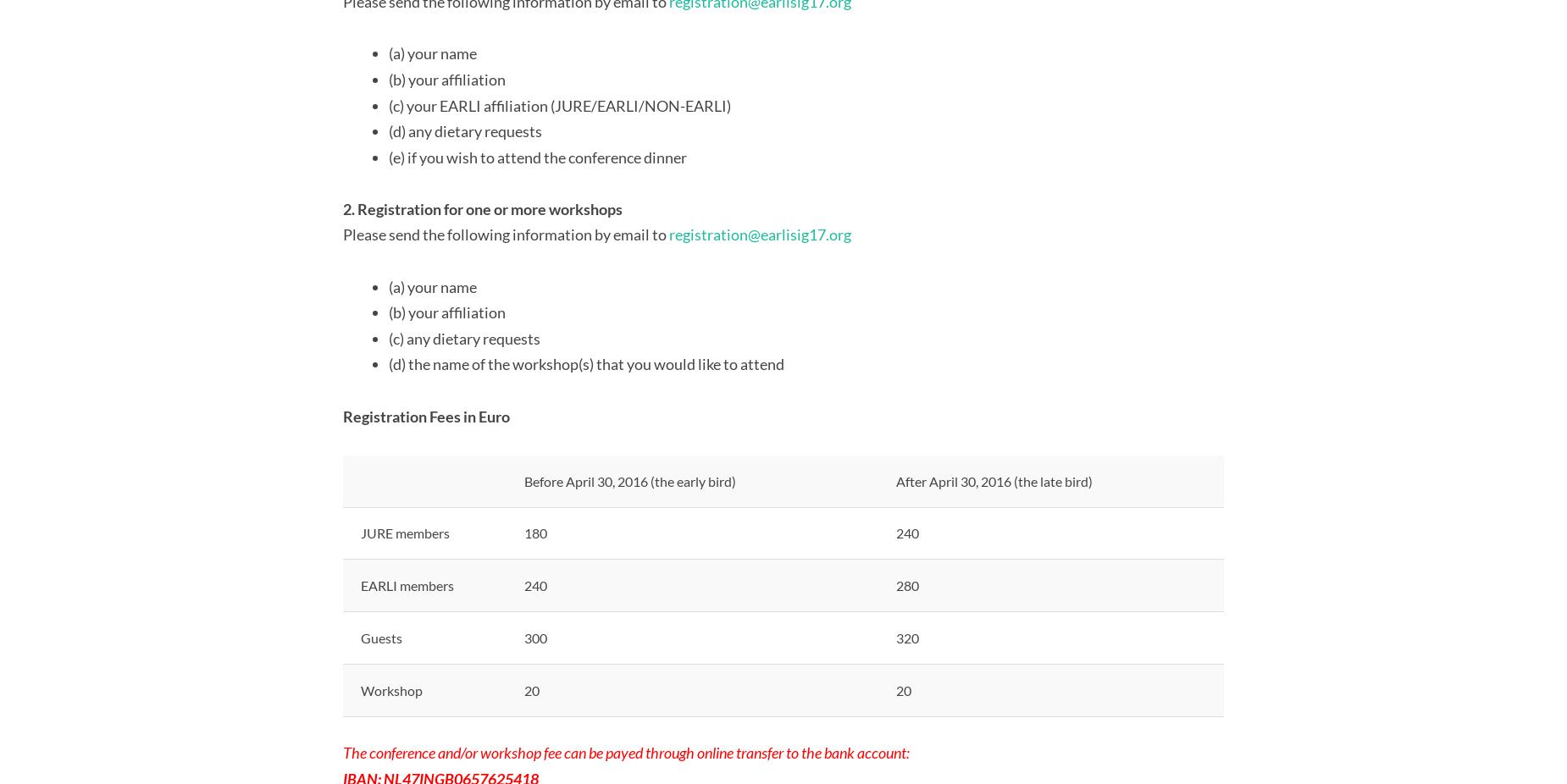 The height and width of the screenshot is (784, 1567). Describe the element at coordinates (537, 156) in the screenshot. I see `'(e) if you wish to attend the conference dinner'` at that location.